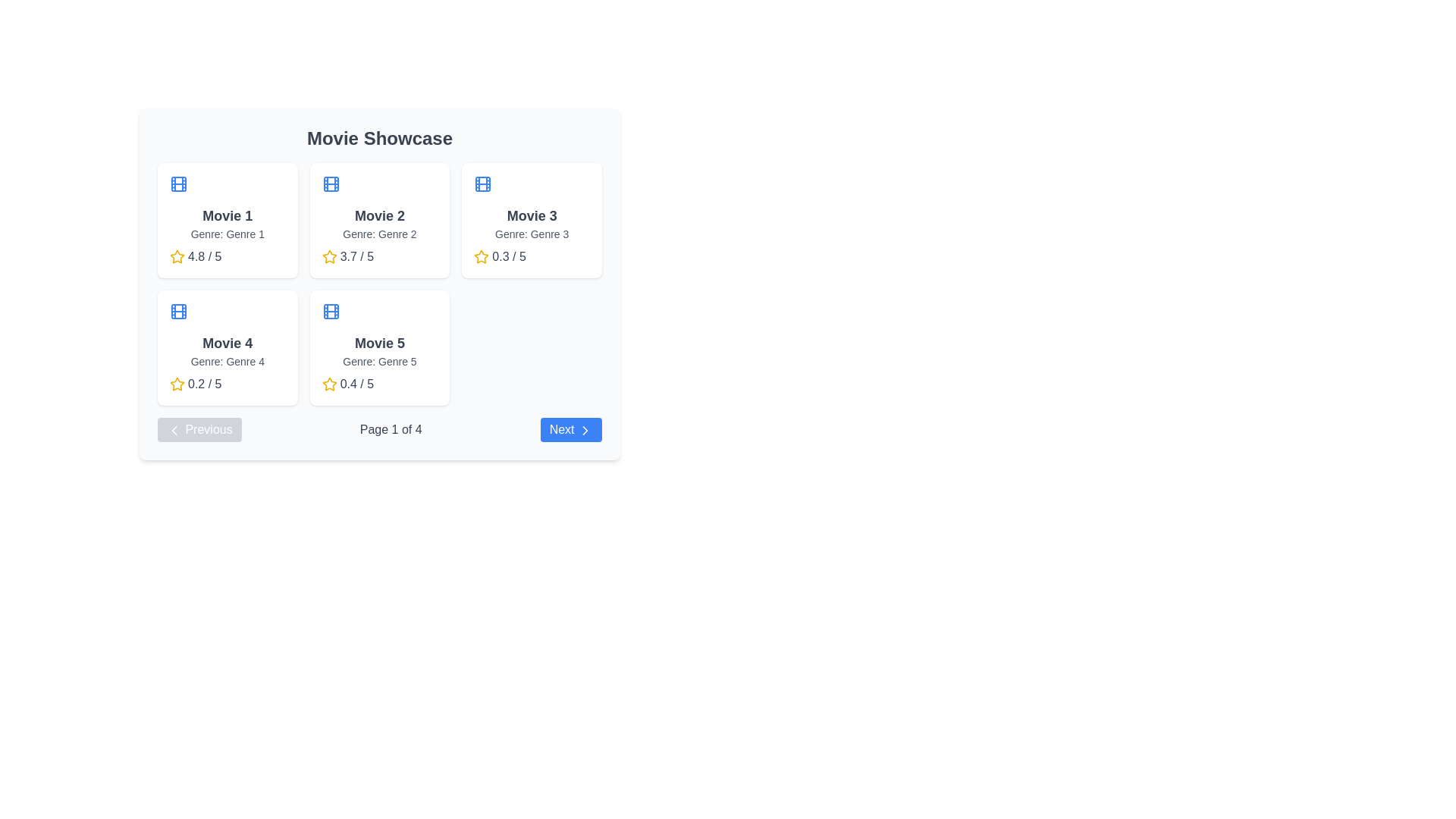 This screenshot has width=1456, height=819. I want to click on the movie card that presents a specific movie's title, genre, and rating, located in the bottom-right position of the grid layout, so click(379, 348).